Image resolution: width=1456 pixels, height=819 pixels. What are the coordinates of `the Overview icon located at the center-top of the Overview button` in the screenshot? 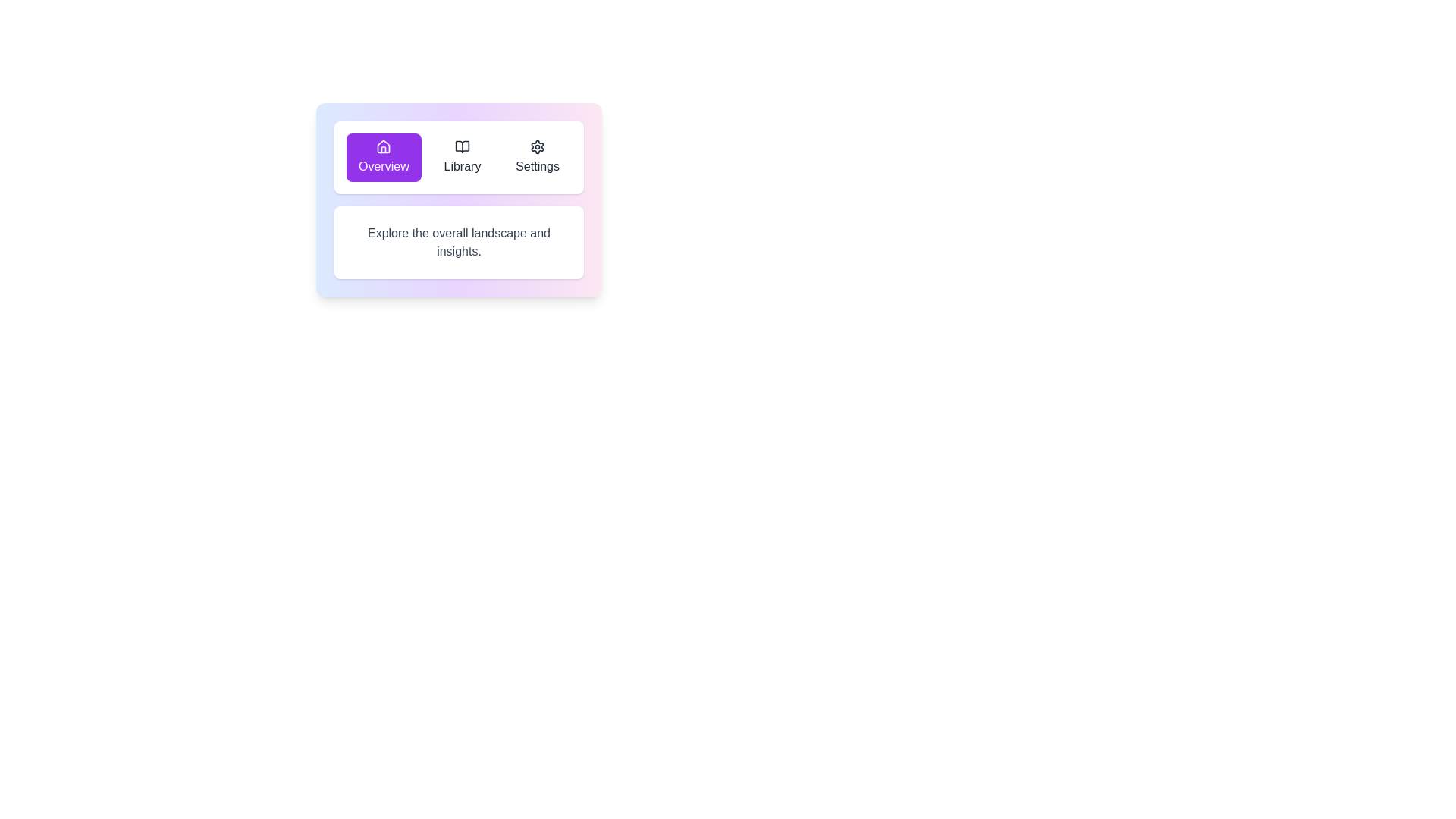 It's located at (384, 146).